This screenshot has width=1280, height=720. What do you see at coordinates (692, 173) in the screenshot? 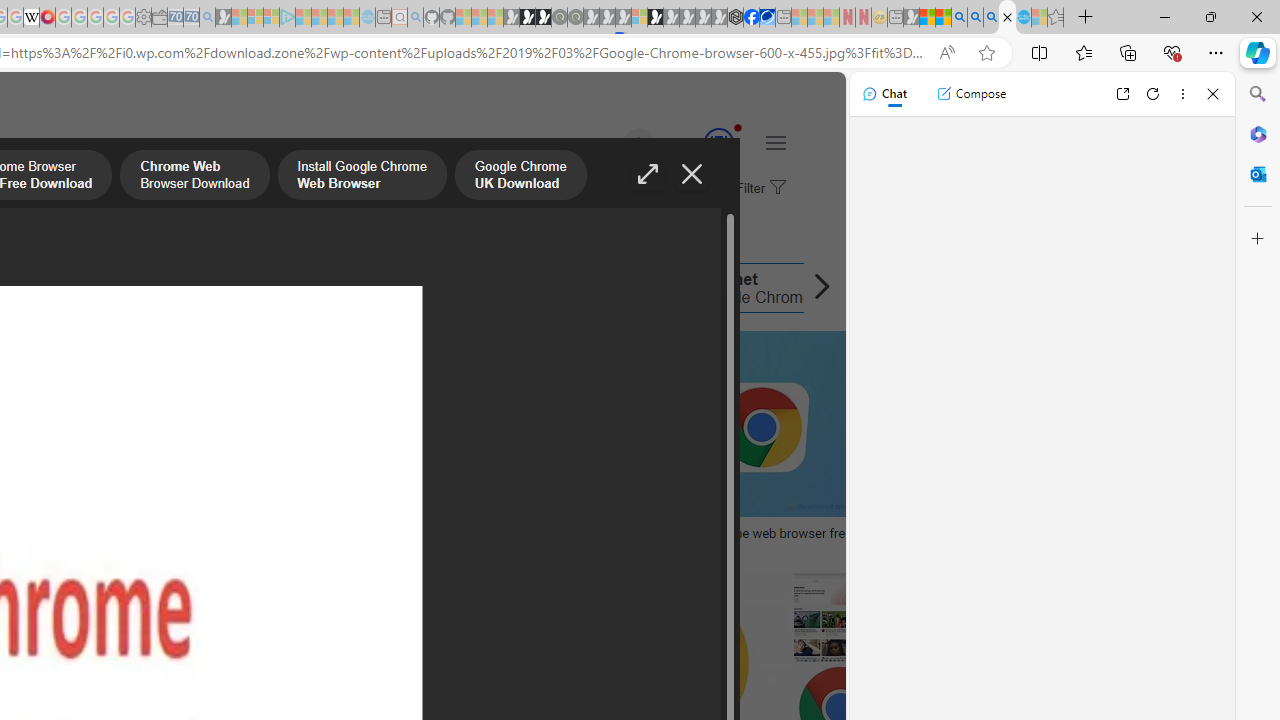
I see `'Close image'` at bounding box center [692, 173].